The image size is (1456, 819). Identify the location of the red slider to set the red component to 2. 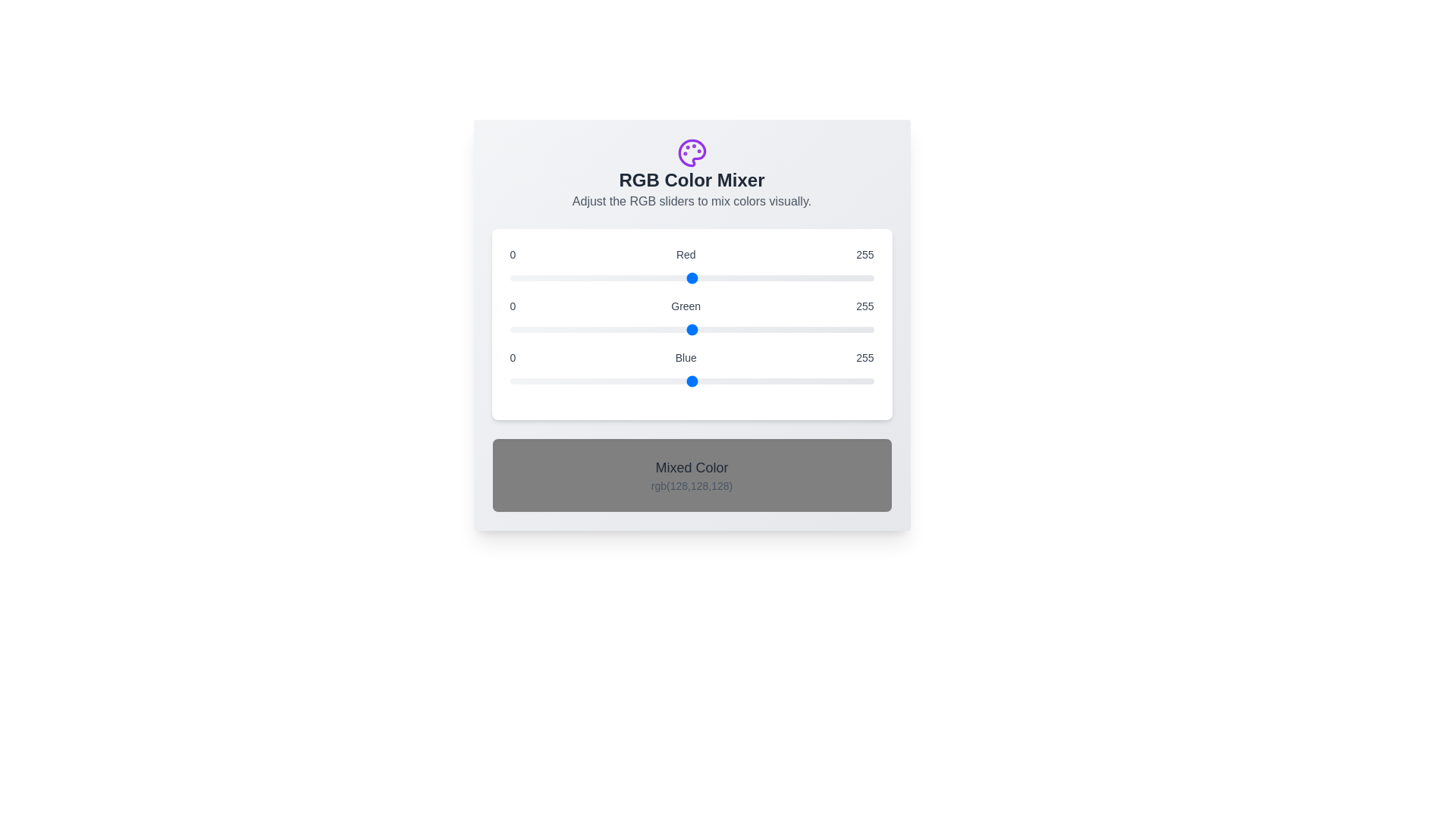
(513, 278).